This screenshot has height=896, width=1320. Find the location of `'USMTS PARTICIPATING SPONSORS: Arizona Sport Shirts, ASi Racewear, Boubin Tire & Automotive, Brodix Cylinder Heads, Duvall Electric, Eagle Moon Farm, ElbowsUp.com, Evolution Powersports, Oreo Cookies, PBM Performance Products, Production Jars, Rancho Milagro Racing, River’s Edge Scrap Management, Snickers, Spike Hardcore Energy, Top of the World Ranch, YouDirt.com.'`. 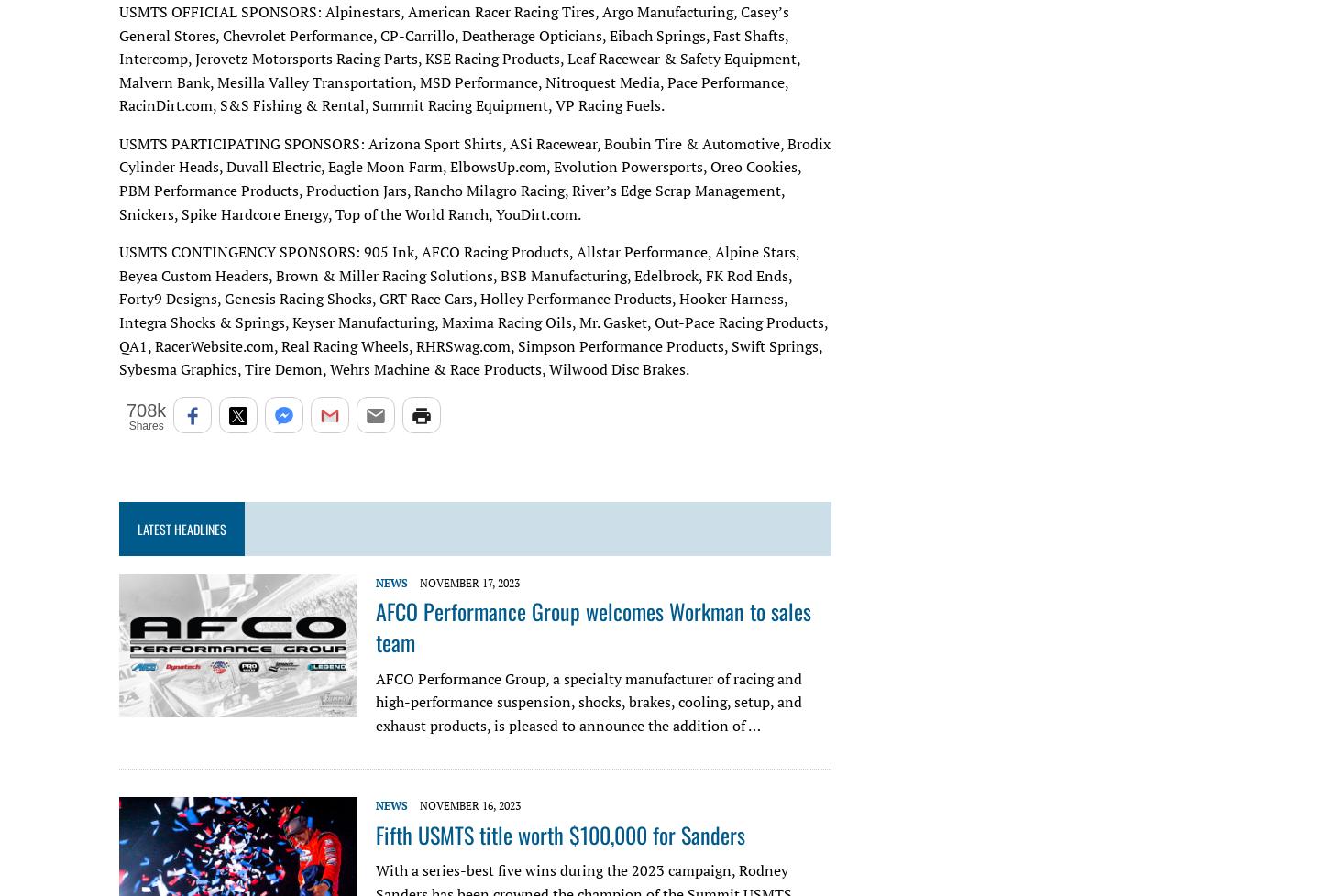

'USMTS PARTICIPATING SPONSORS: Arizona Sport Shirts, ASi Racewear, Boubin Tire & Automotive, Brodix Cylinder Heads, Duvall Electric, Eagle Moon Farm, ElbowsUp.com, Evolution Powersports, Oreo Cookies, PBM Performance Products, Production Jars, Rancho Milagro Racing, River’s Edge Scrap Management, Snickers, Spike Hardcore Energy, Top of the World Ranch, YouDirt.com.' is located at coordinates (473, 178).